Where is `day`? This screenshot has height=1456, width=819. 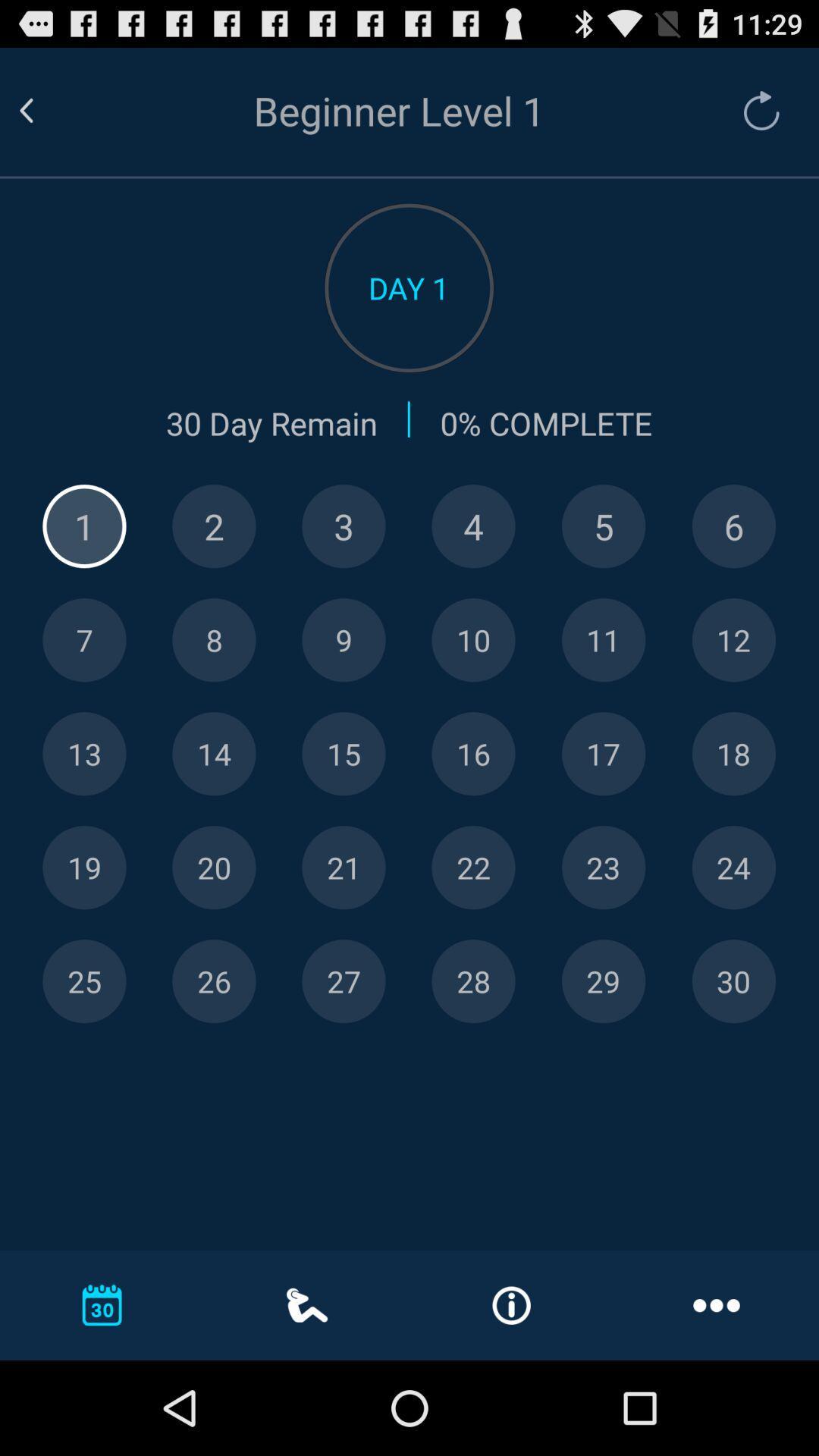 day is located at coordinates (733, 868).